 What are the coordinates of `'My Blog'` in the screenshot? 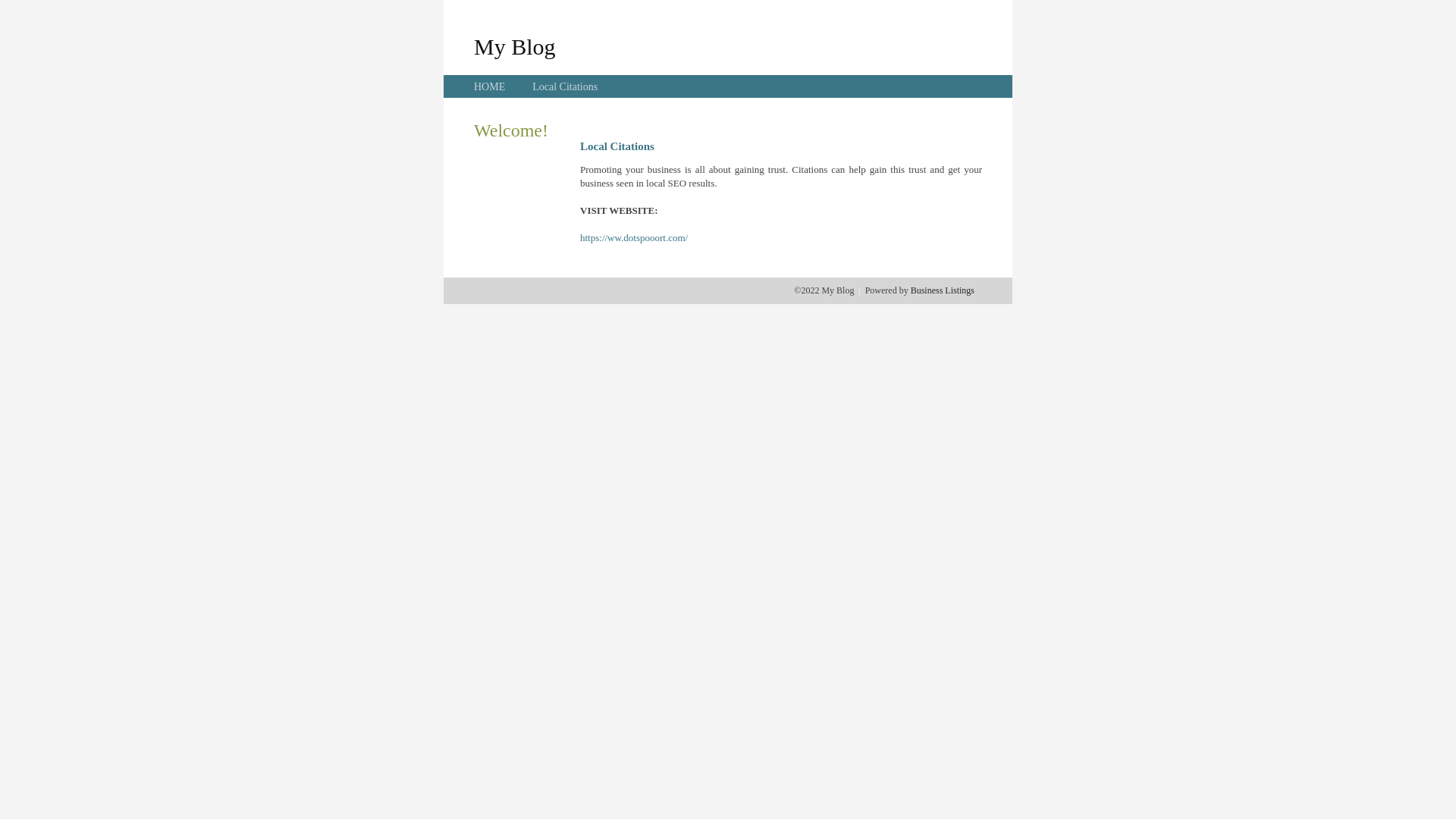 It's located at (514, 45).